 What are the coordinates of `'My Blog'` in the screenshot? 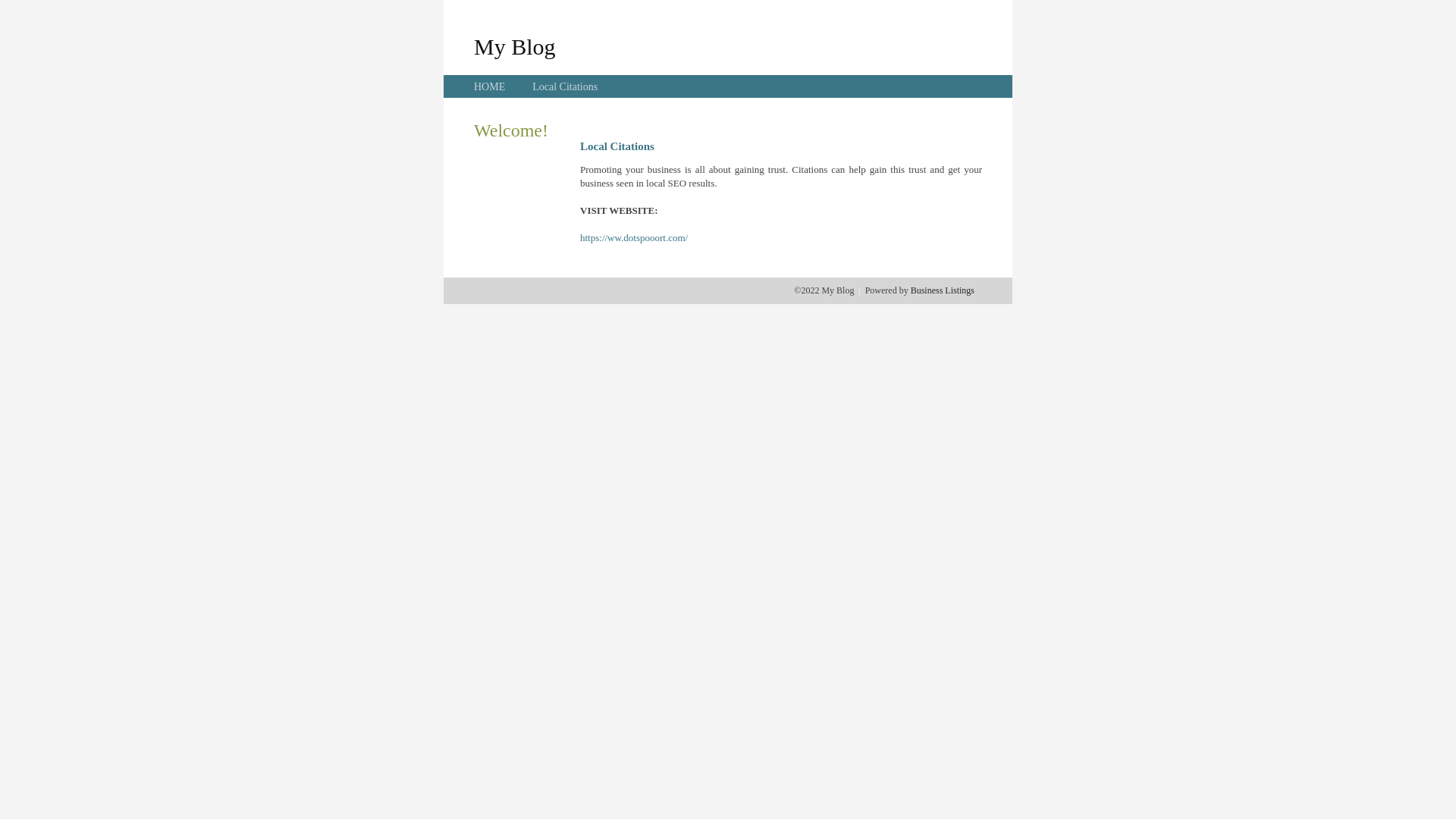 It's located at (514, 45).